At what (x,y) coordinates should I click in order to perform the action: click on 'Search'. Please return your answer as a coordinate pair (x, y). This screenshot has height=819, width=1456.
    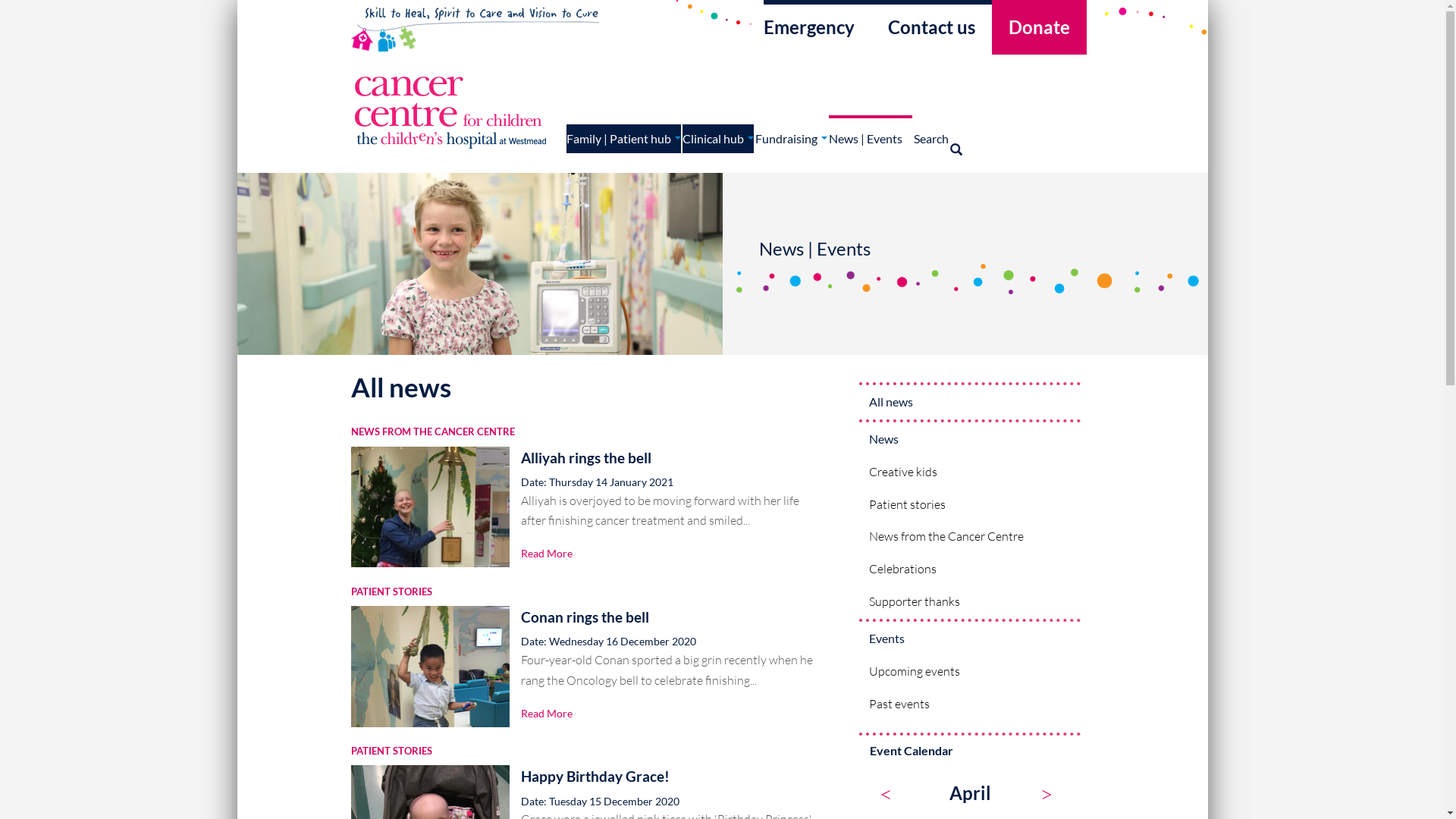
    Looking at the image, I should click on (912, 133).